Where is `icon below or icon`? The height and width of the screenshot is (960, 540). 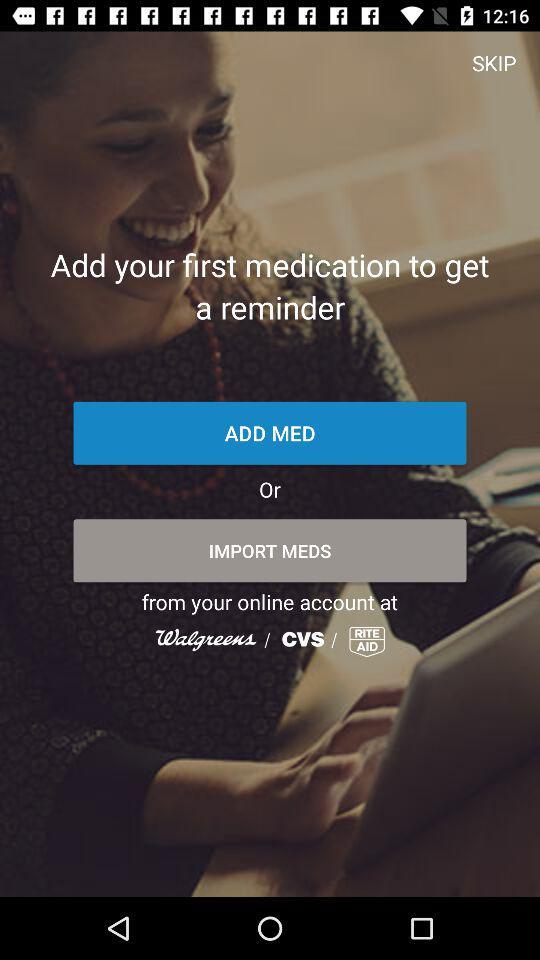
icon below or icon is located at coordinates (270, 550).